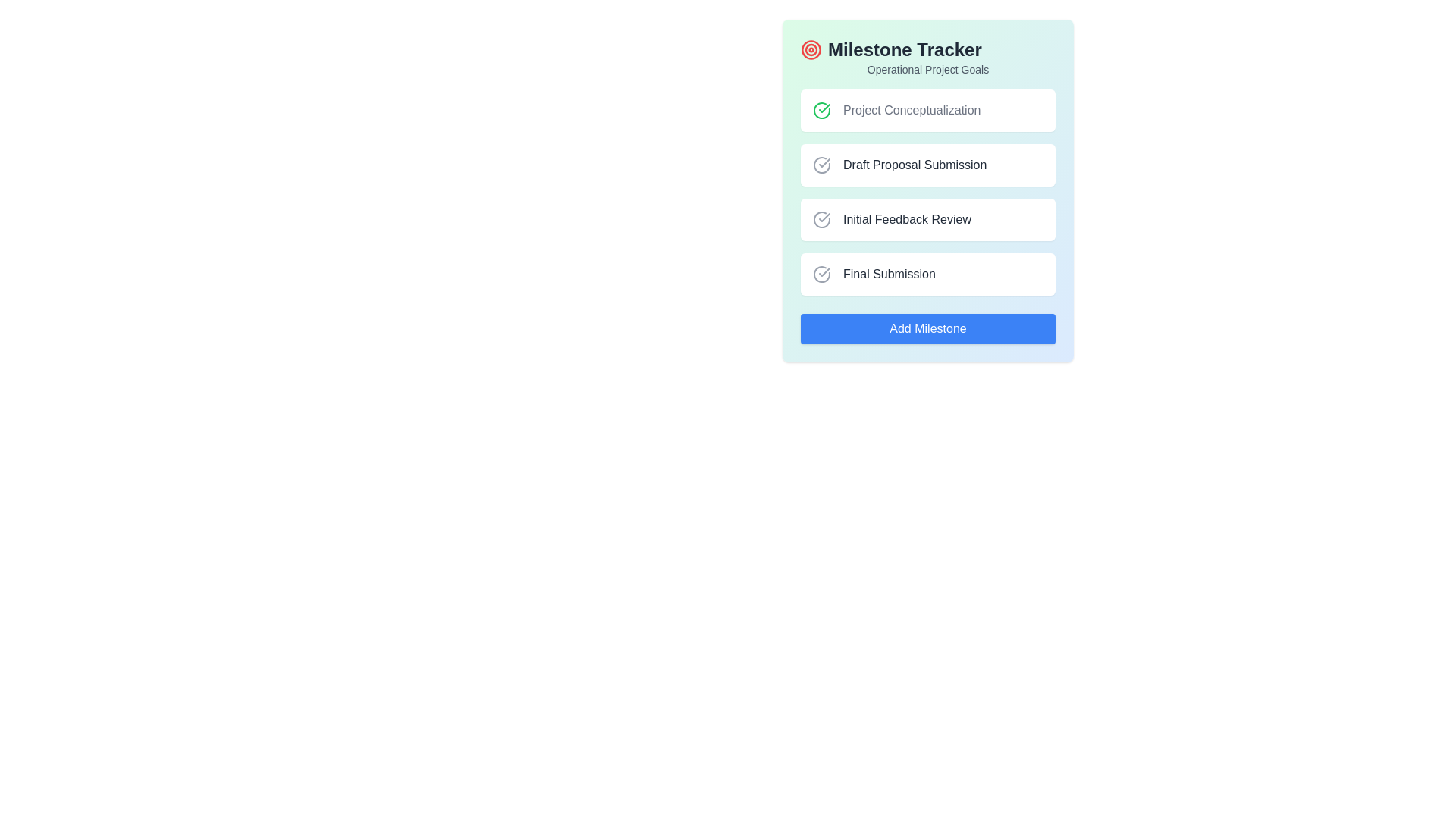 This screenshot has width=1456, height=819. Describe the element at coordinates (821, 219) in the screenshot. I see `the status indicator icon` at that location.